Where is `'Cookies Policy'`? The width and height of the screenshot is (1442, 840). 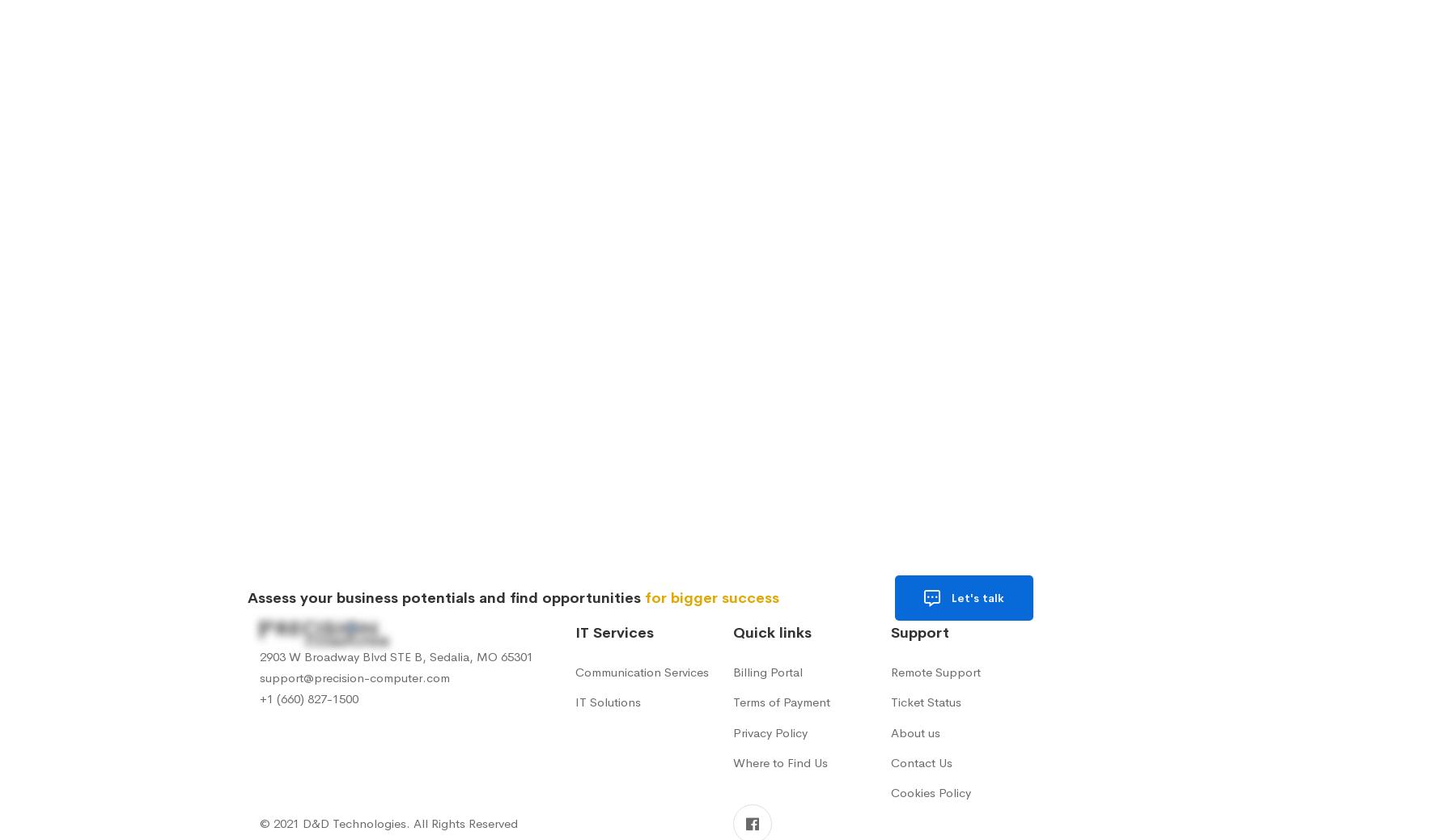
'Cookies Policy' is located at coordinates (931, 791).